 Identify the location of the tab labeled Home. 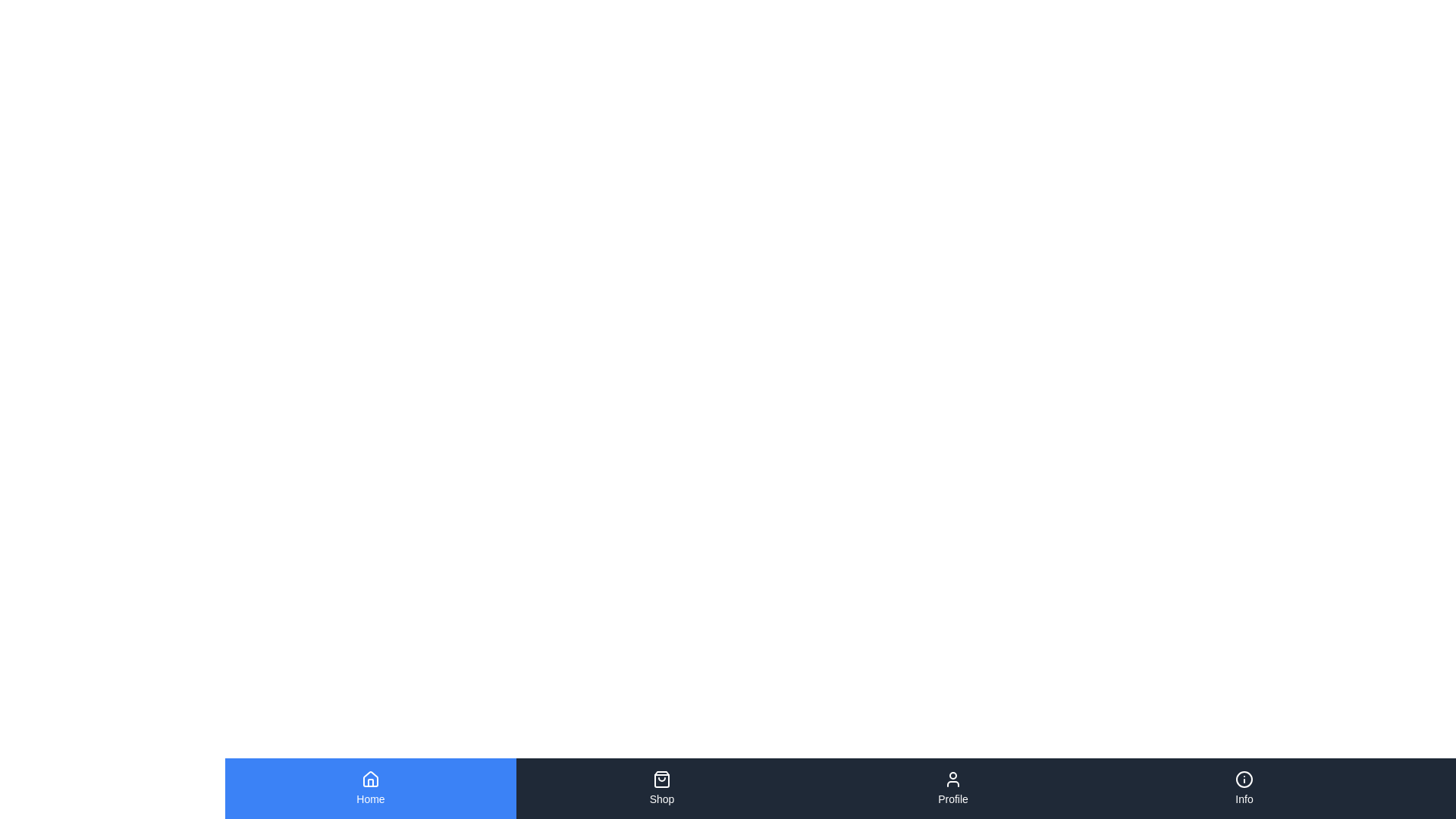
(371, 788).